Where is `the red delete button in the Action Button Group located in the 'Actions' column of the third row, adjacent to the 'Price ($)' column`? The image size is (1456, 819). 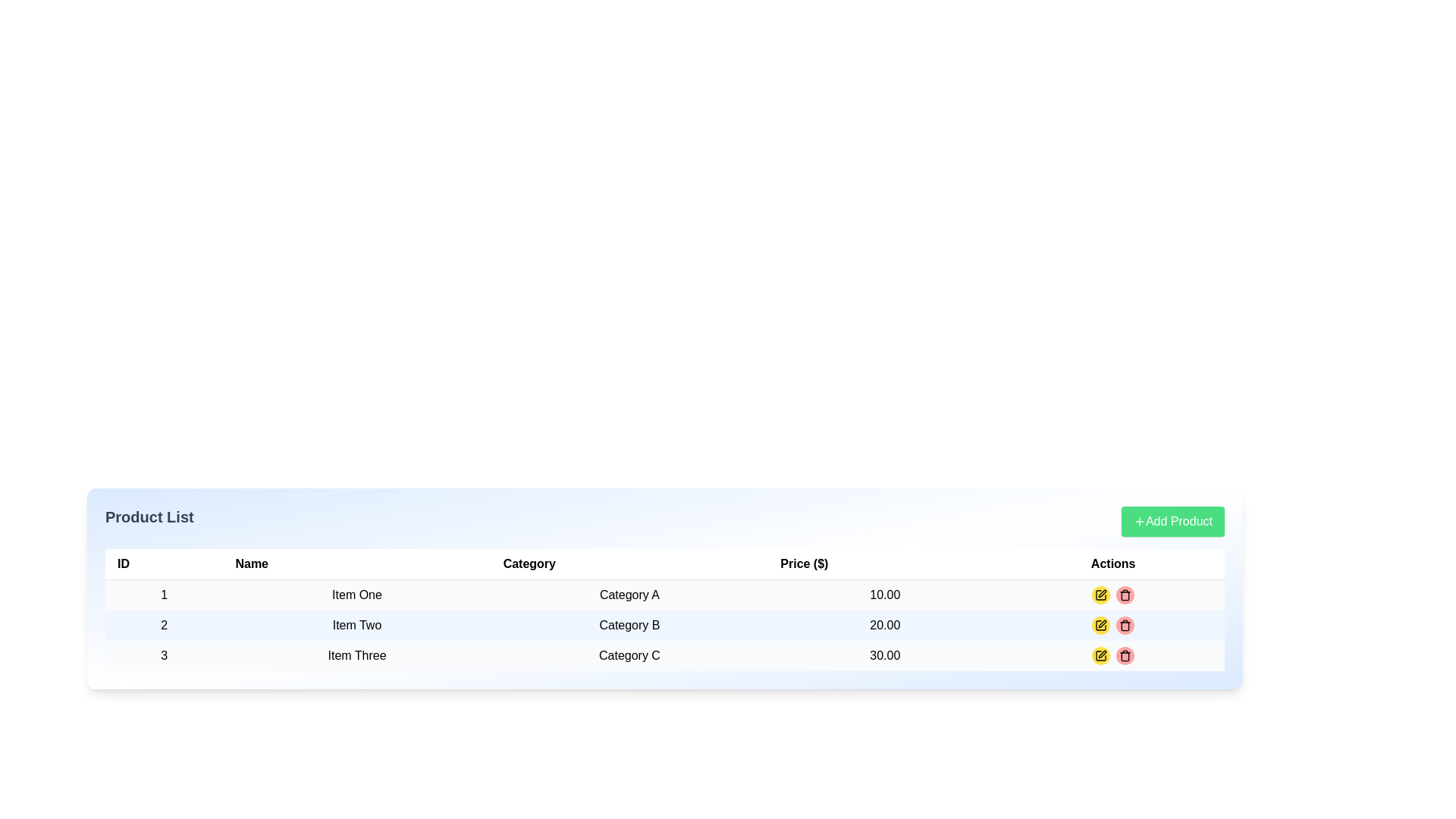
the red delete button in the Action Button Group located in the 'Actions' column of the third row, adjacent to the 'Price ($)' column is located at coordinates (1113, 654).